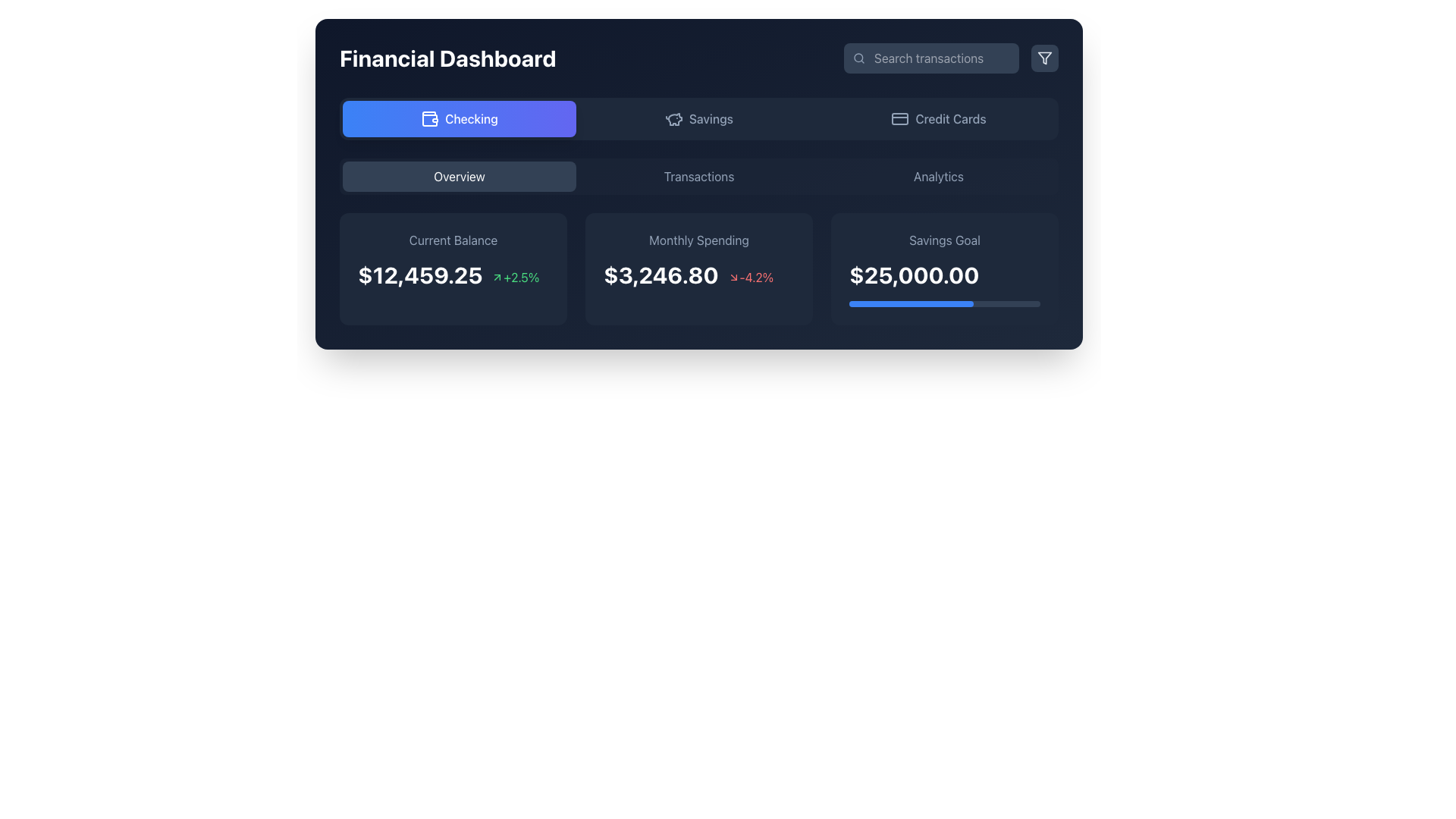 This screenshot has width=1456, height=819. I want to click on the 'Credit Cards' text label, which is positioned on the right-hand side within a navigation element, so click(949, 118).